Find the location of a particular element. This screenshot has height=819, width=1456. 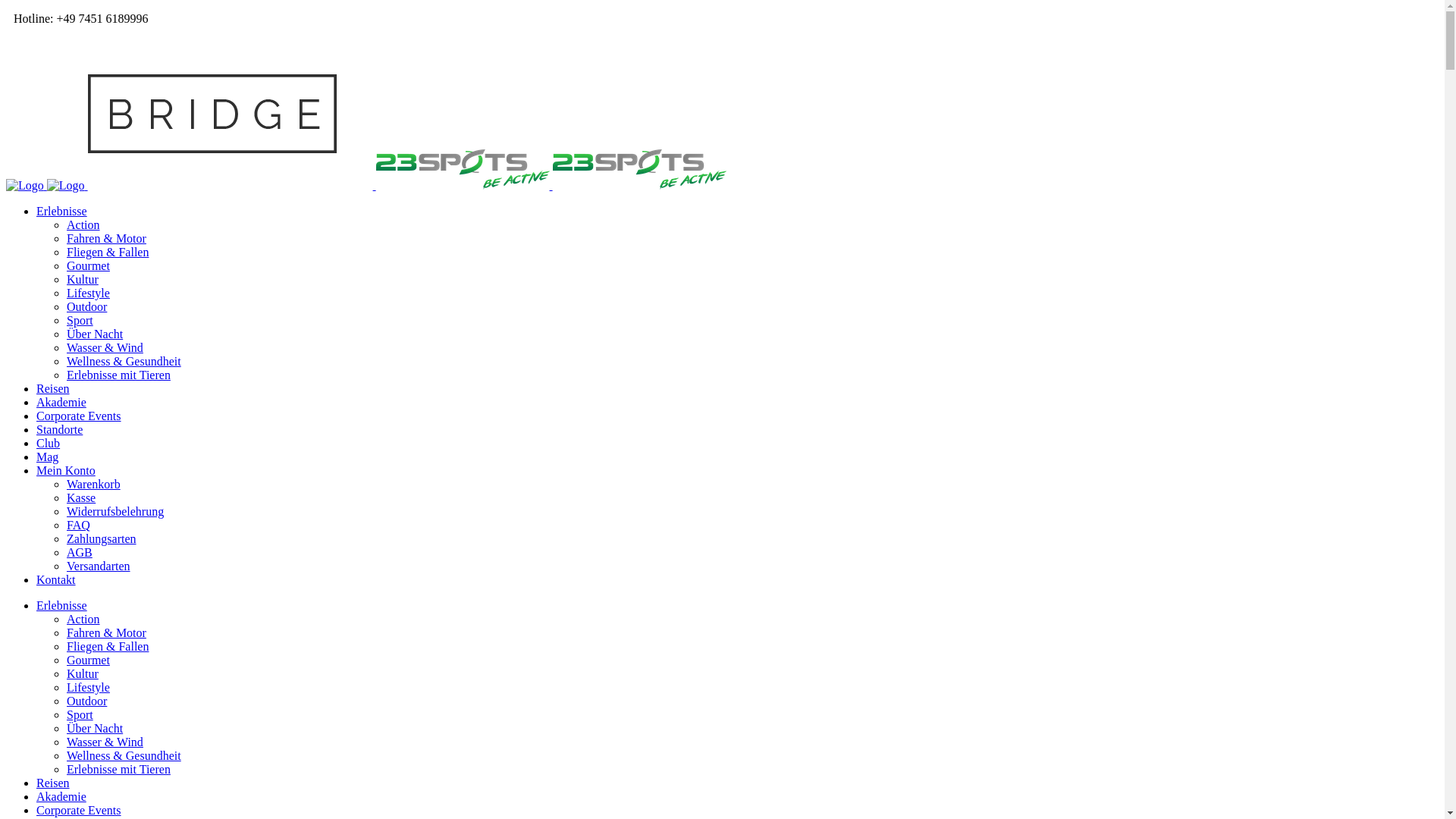

'Kontakt' is located at coordinates (55, 579).